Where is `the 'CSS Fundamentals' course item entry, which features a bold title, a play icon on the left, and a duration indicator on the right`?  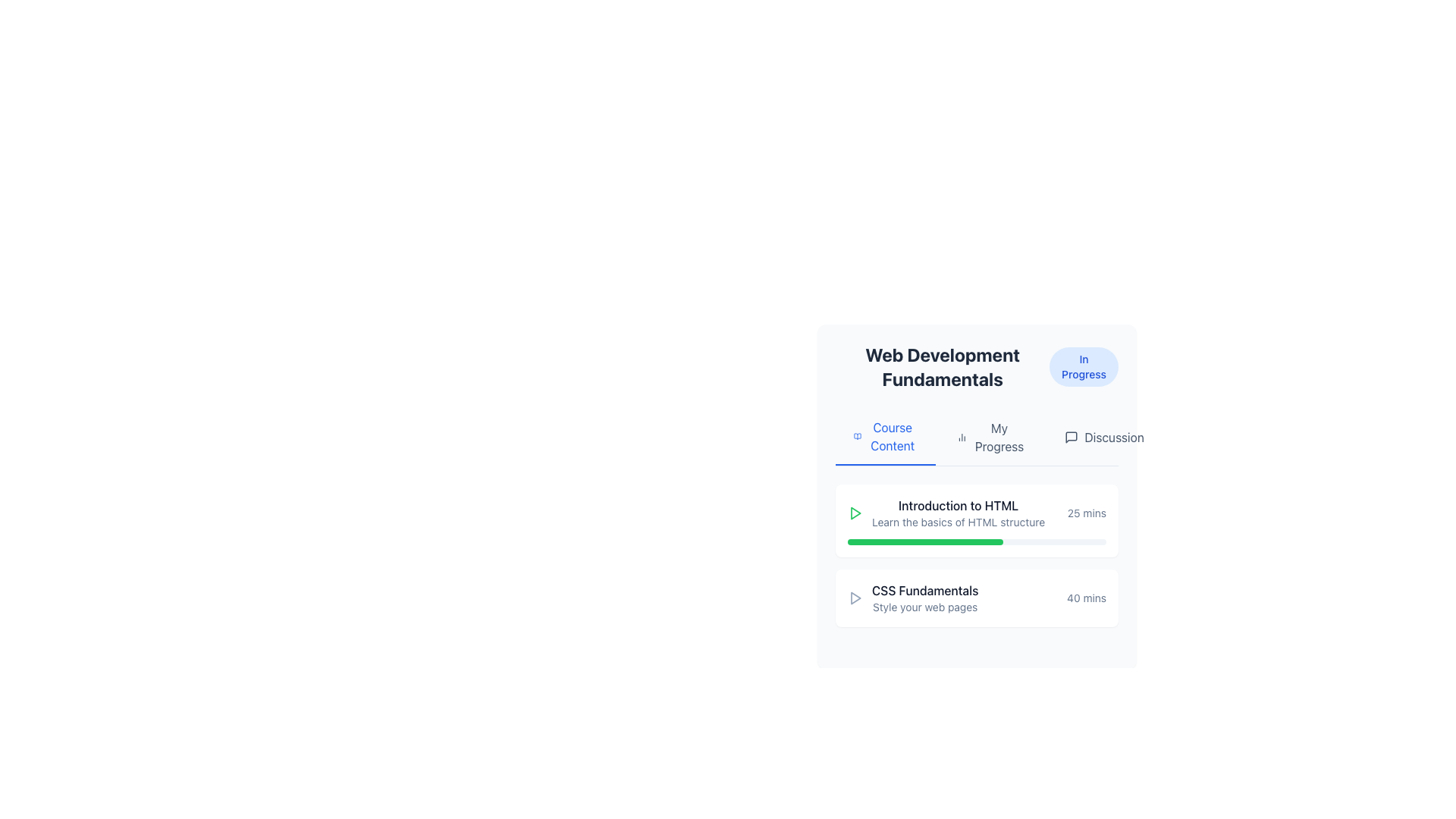 the 'CSS Fundamentals' course item entry, which features a bold title, a play icon on the left, and a duration indicator on the right is located at coordinates (977, 598).